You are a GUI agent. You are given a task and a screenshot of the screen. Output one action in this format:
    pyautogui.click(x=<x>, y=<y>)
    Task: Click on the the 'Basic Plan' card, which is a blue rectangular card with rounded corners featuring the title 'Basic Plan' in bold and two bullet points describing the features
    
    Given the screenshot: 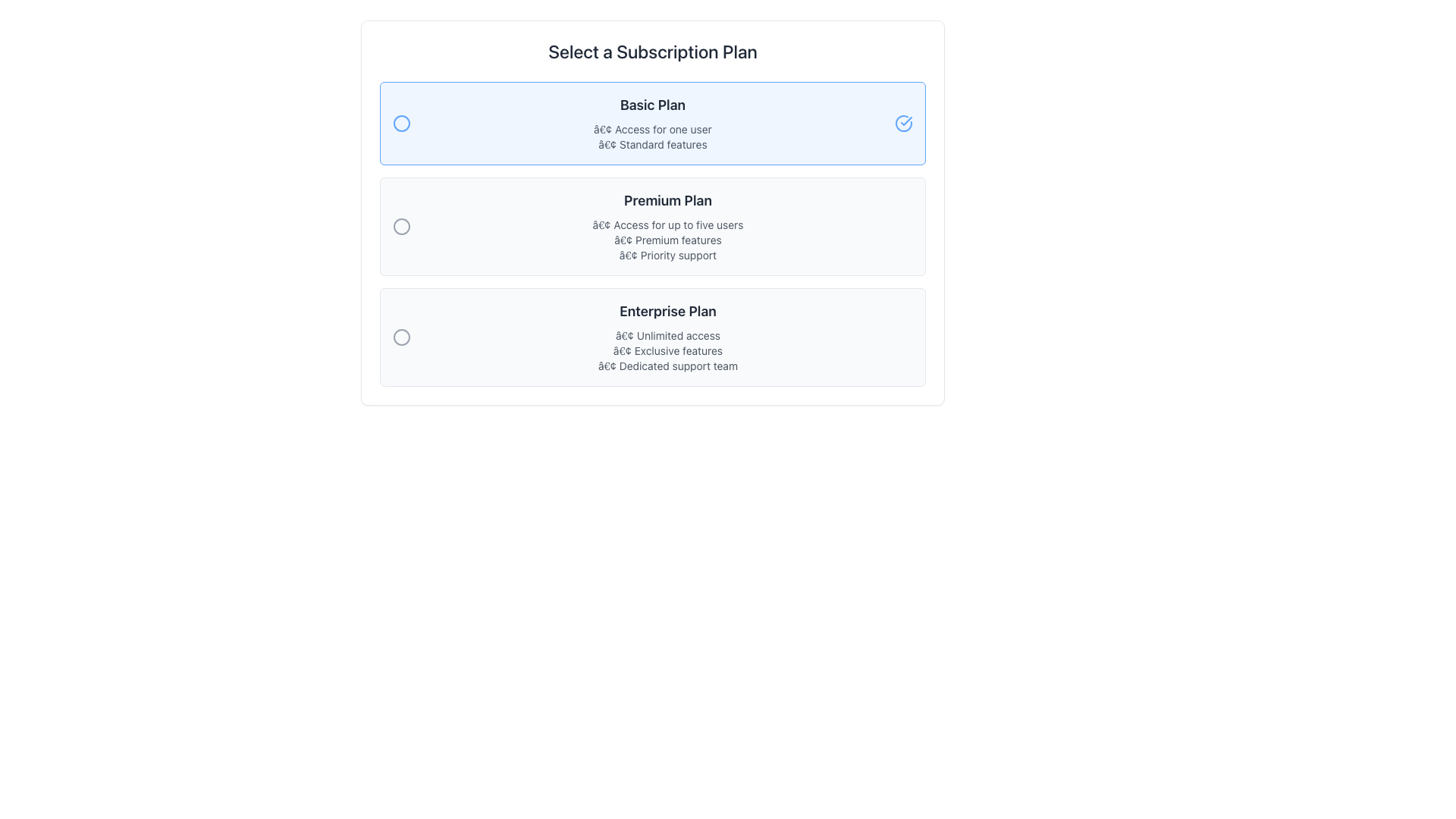 What is the action you would take?
    pyautogui.click(x=652, y=122)
    